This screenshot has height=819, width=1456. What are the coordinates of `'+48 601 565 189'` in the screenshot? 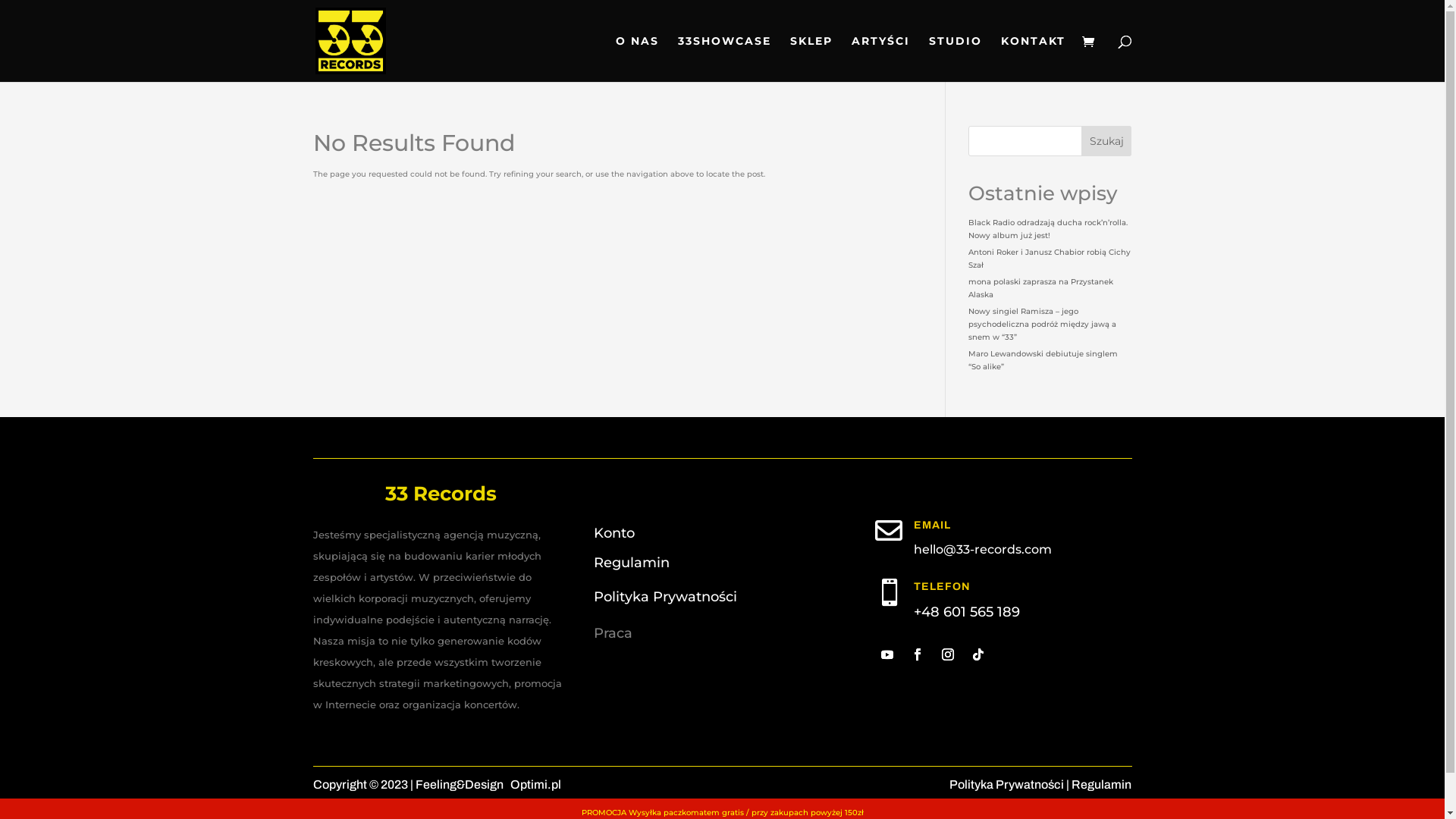 It's located at (966, 610).